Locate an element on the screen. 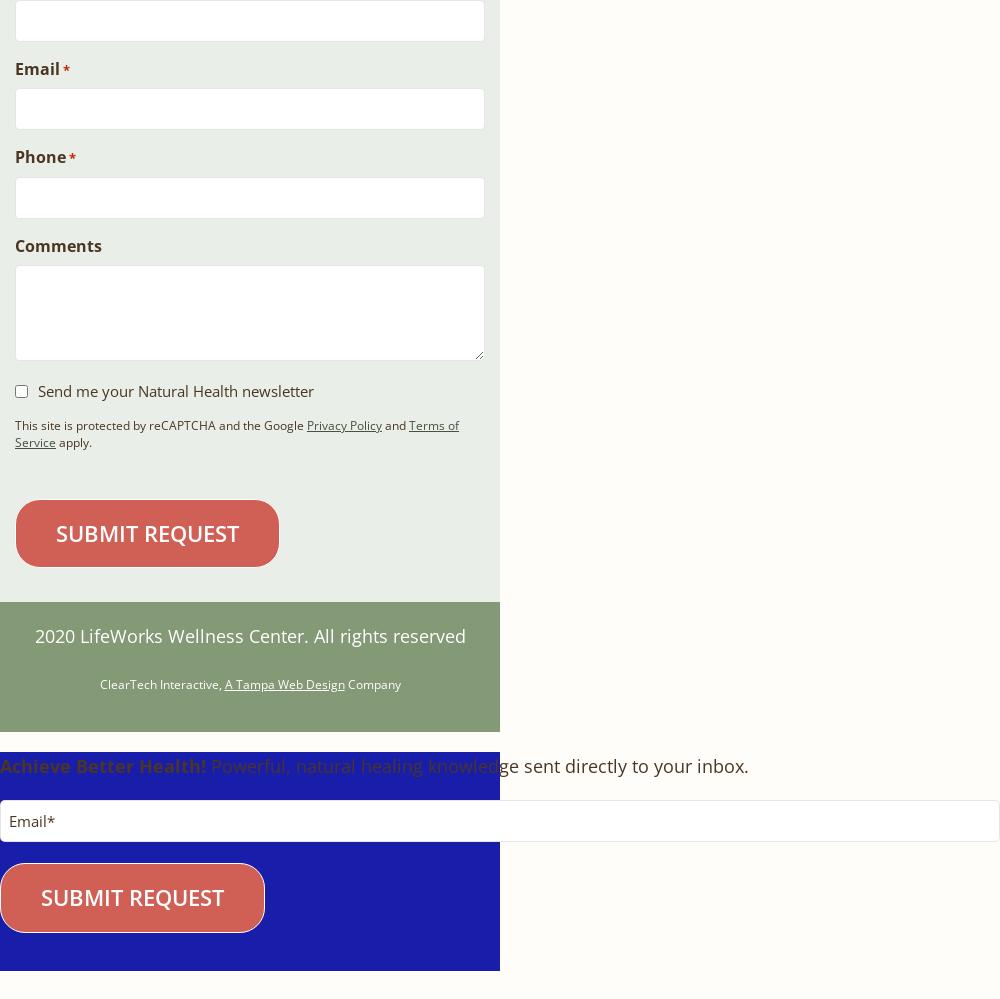  'Email' is located at coordinates (37, 67).